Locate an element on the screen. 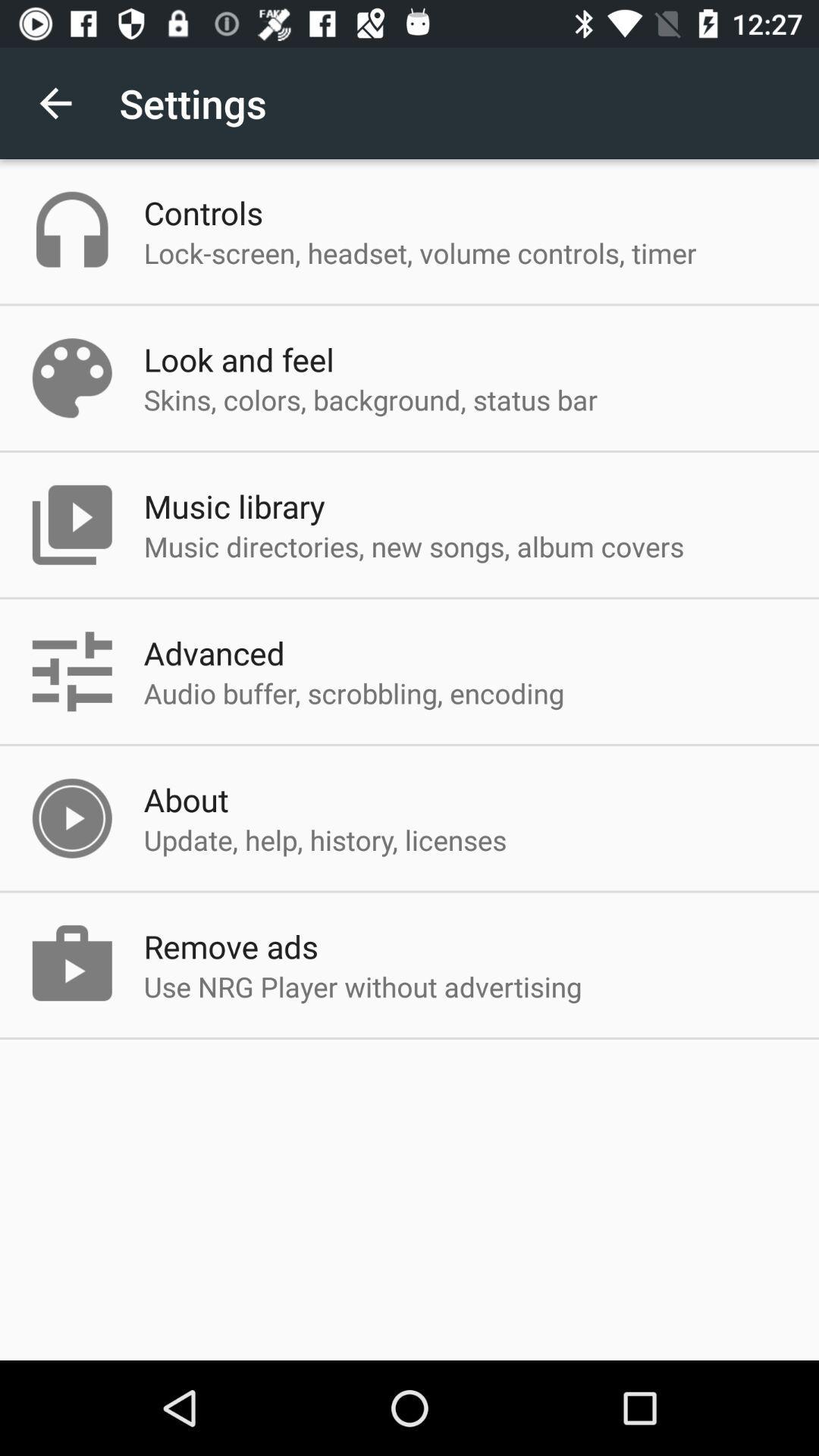 The width and height of the screenshot is (819, 1456). item below the skins colors background item is located at coordinates (234, 506).